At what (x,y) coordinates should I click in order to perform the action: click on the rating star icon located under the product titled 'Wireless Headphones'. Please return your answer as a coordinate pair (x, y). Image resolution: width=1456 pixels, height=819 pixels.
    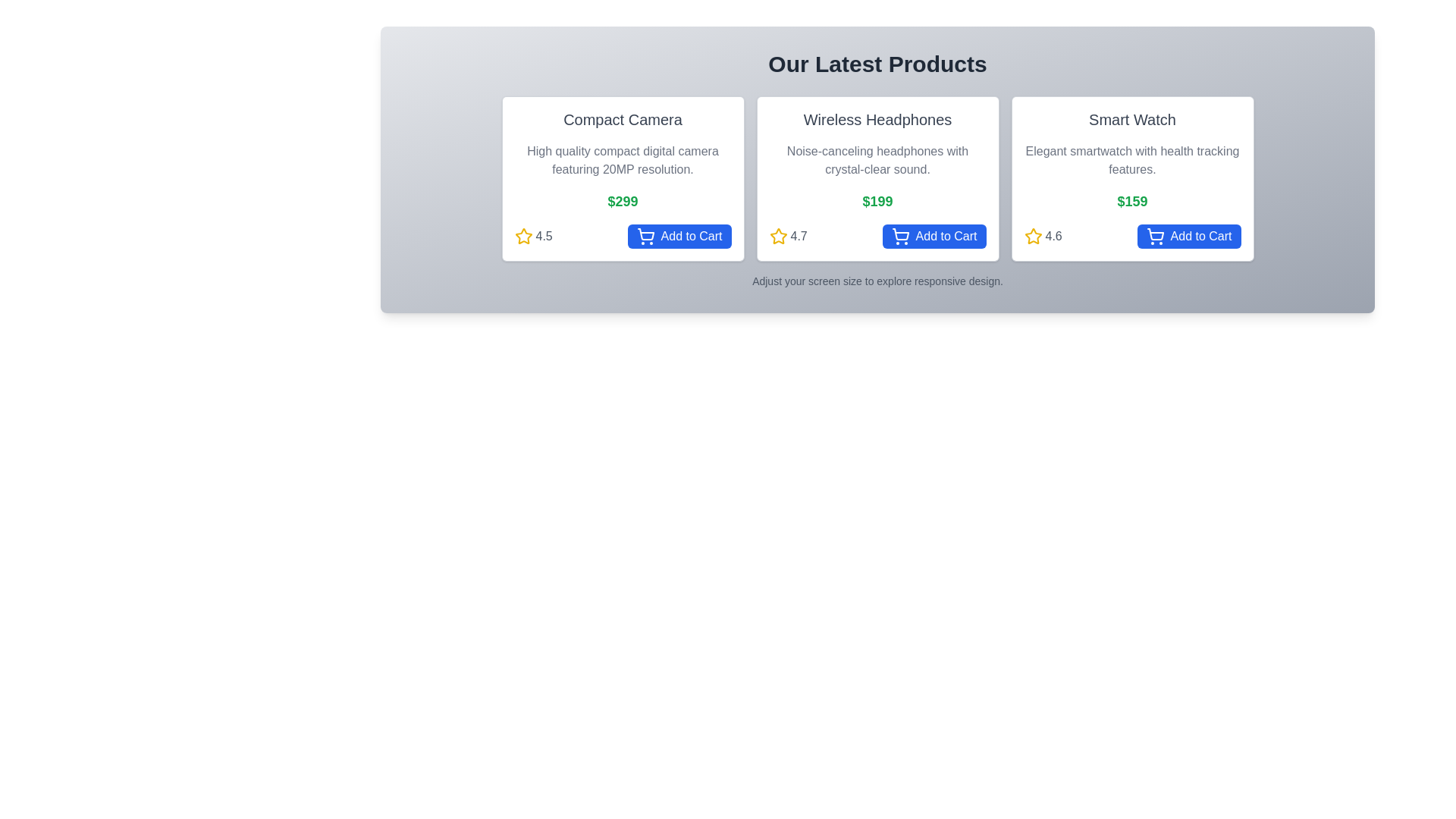
    Looking at the image, I should click on (778, 236).